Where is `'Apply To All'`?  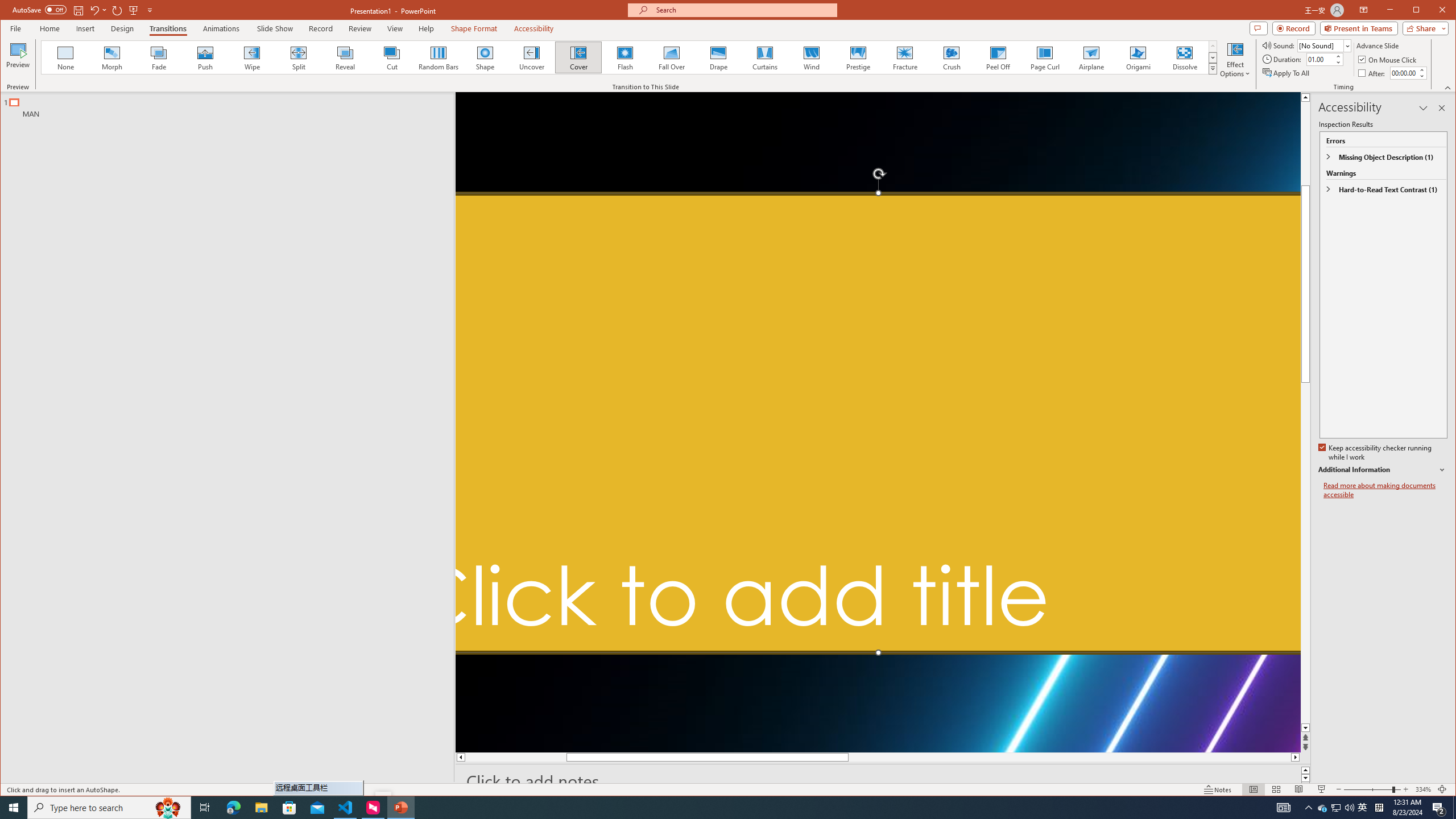
'Apply To All' is located at coordinates (1287, 72).